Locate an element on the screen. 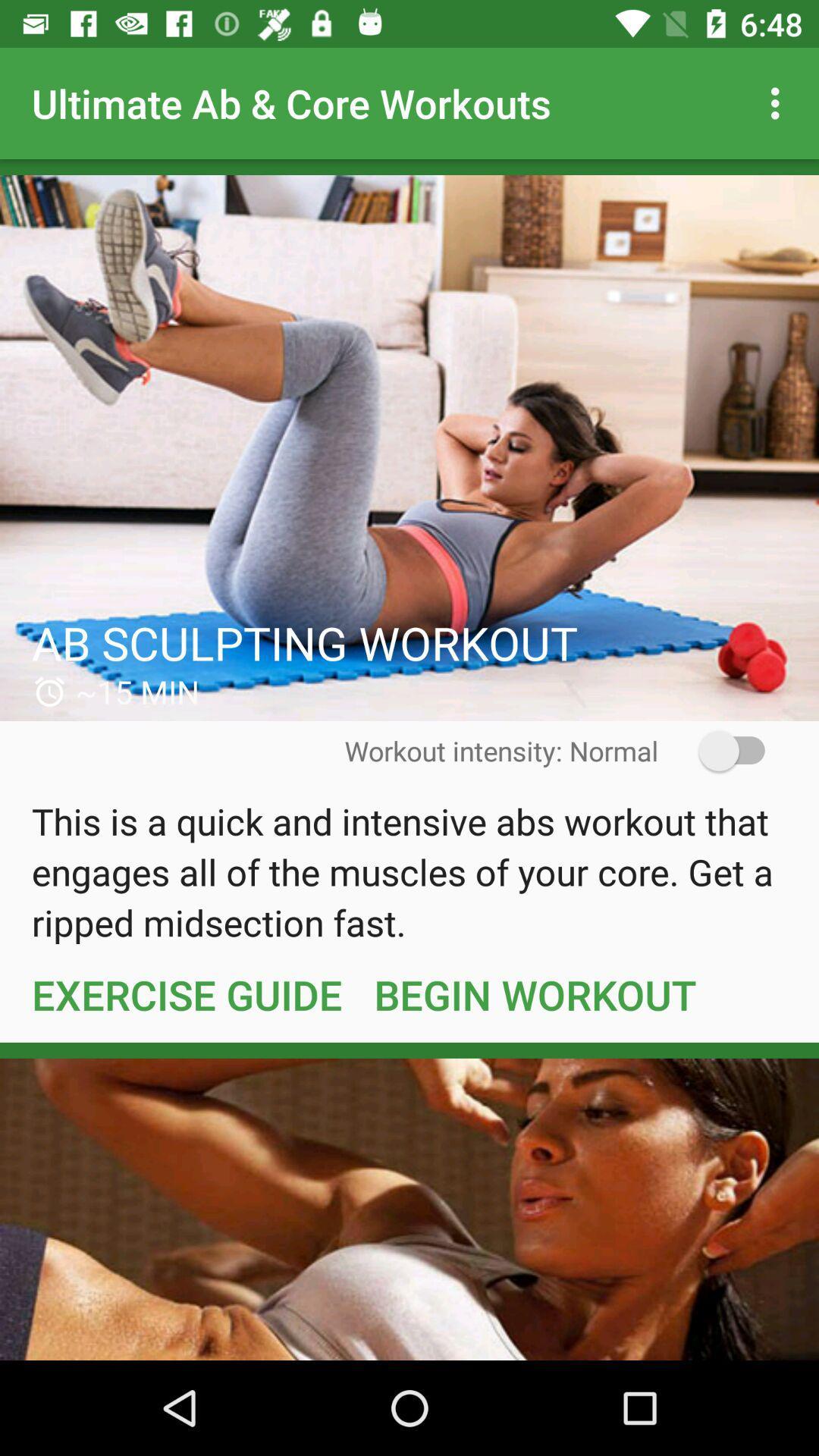  workout details is located at coordinates (409, 447).